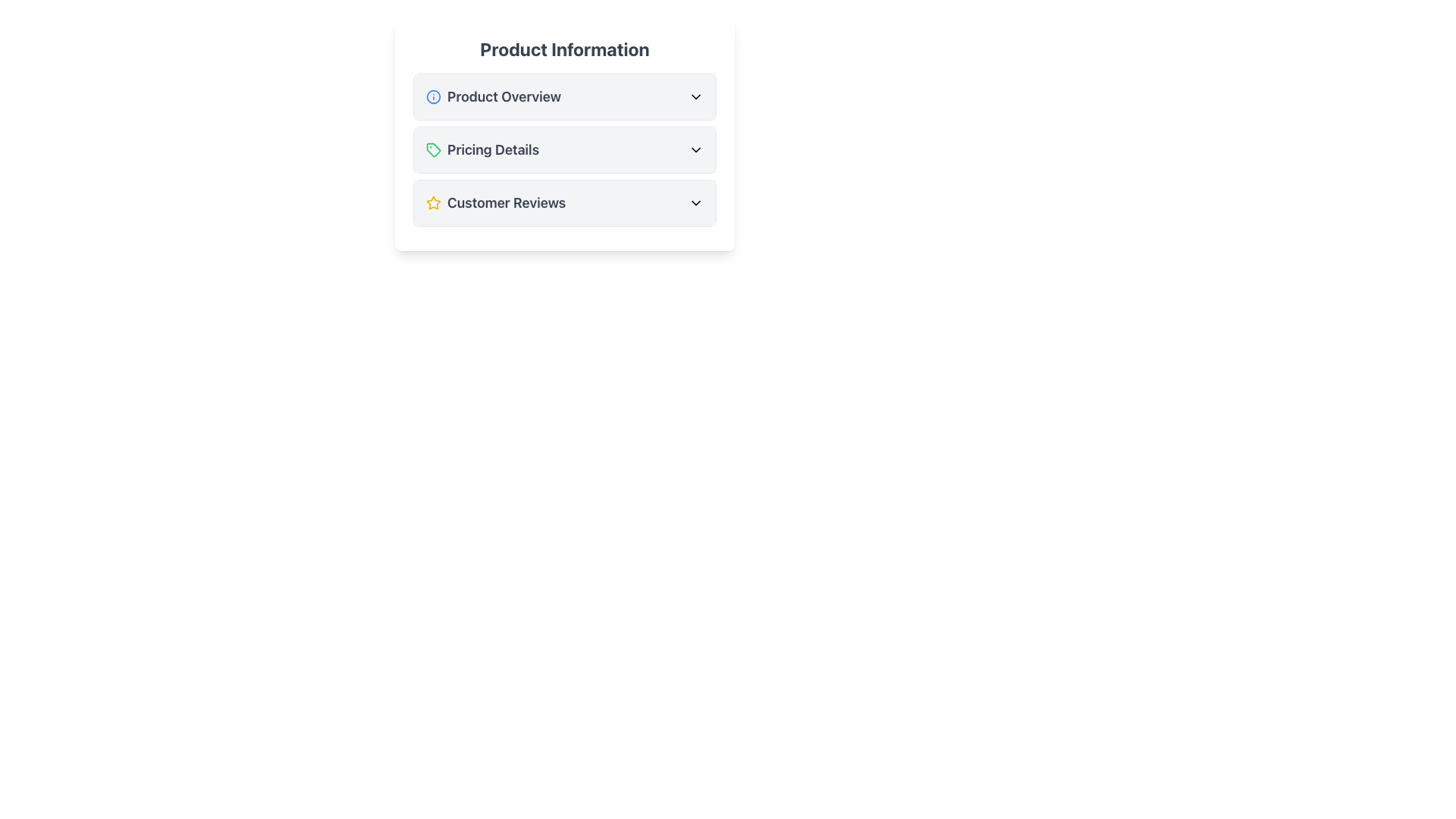  What do you see at coordinates (695, 96) in the screenshot?
I see `the downward pointing chevron icon located at the far right of the 'Product Overview' bar` at bounding box center [695, 96].